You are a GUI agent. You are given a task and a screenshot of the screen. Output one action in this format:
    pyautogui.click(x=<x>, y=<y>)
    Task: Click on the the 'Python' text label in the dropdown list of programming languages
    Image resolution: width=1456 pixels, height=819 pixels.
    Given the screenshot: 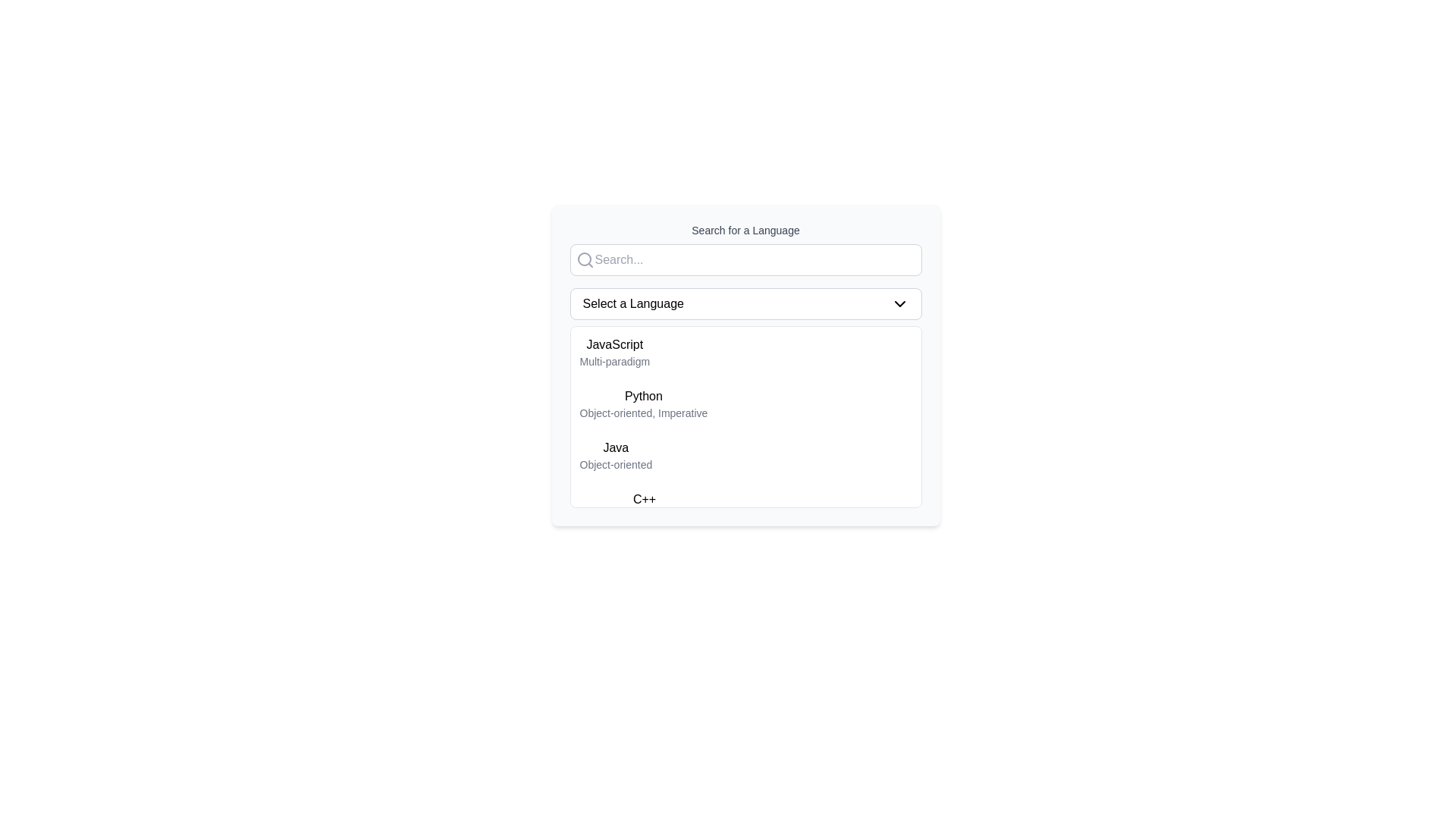 What is the action you would take?
    pyautogui.click(x=644, y=396)
    